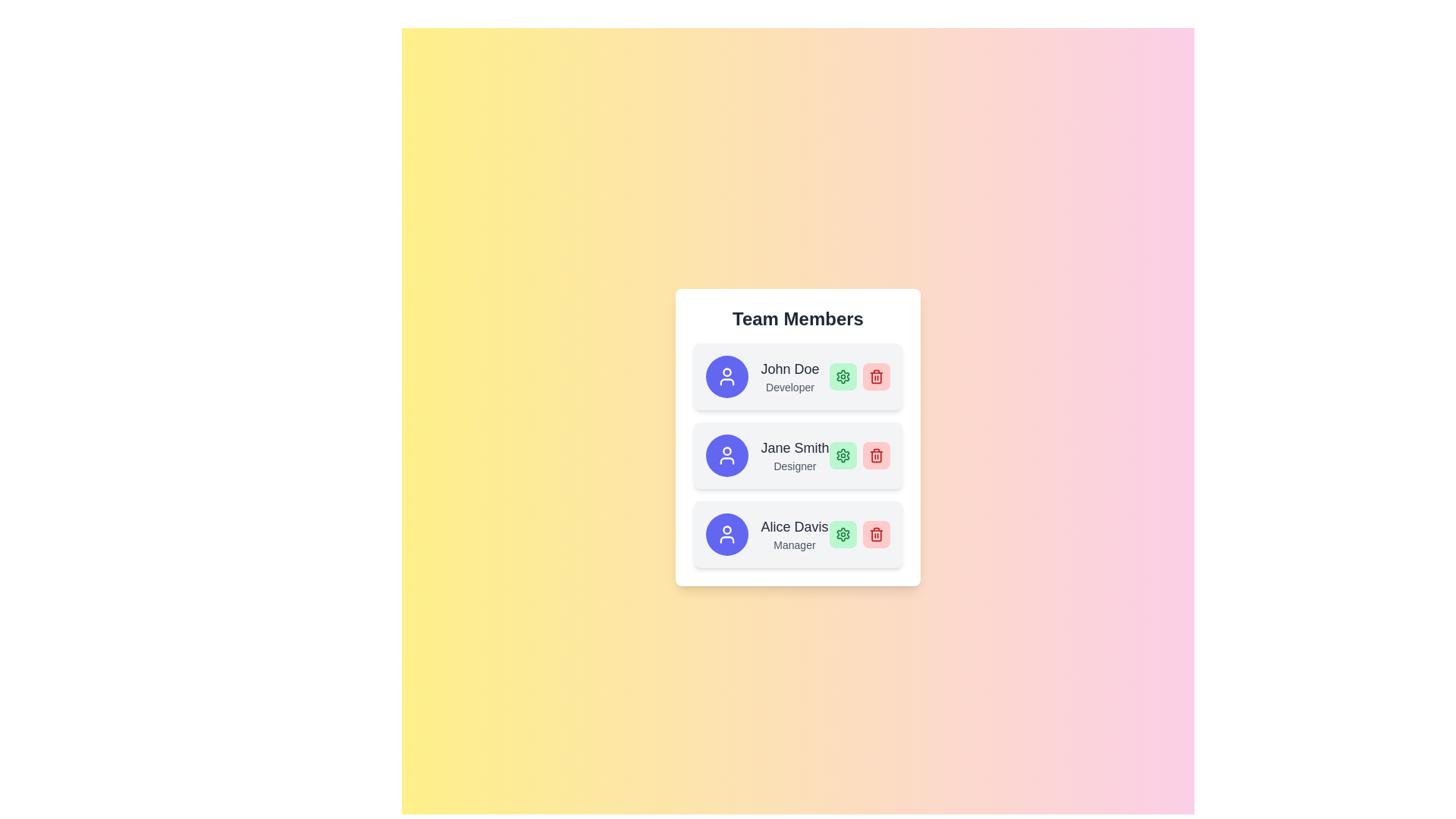  I want to click on the settings icon button located to the right of 'Jane Smith' in the 'Team Members' section, so click(842, 455).